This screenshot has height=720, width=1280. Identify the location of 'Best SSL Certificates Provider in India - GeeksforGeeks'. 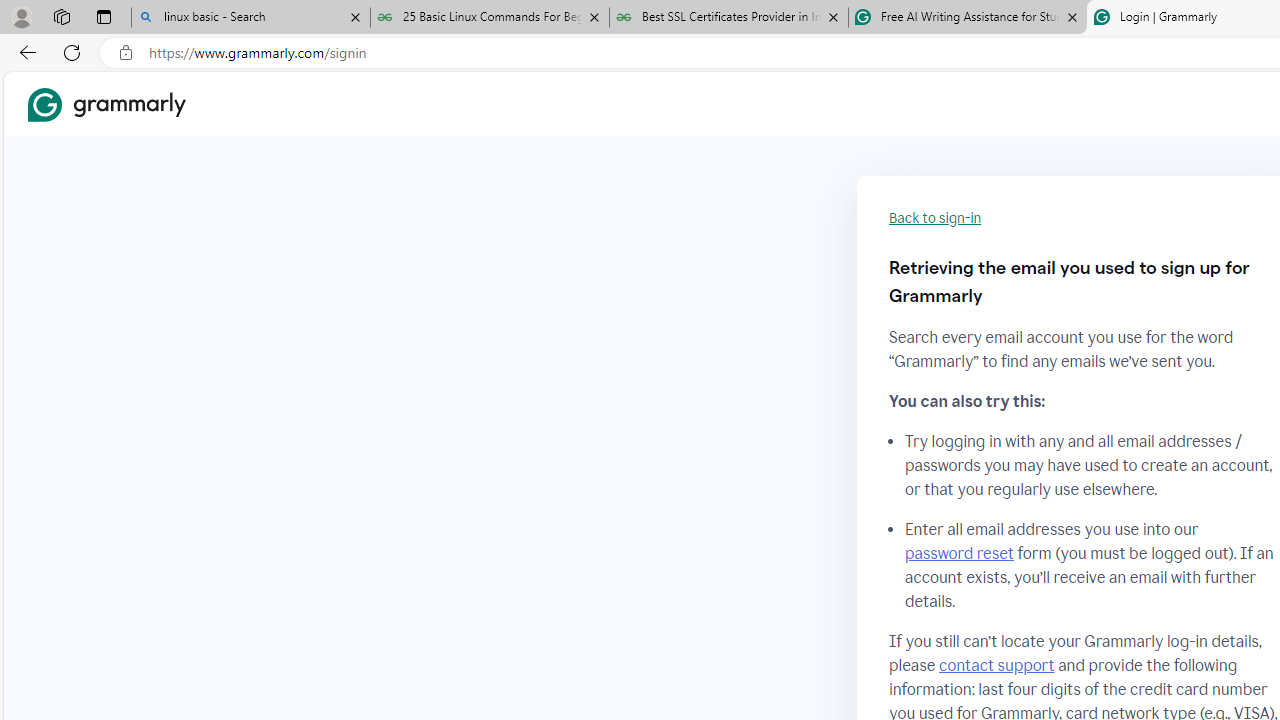
(728, 17).